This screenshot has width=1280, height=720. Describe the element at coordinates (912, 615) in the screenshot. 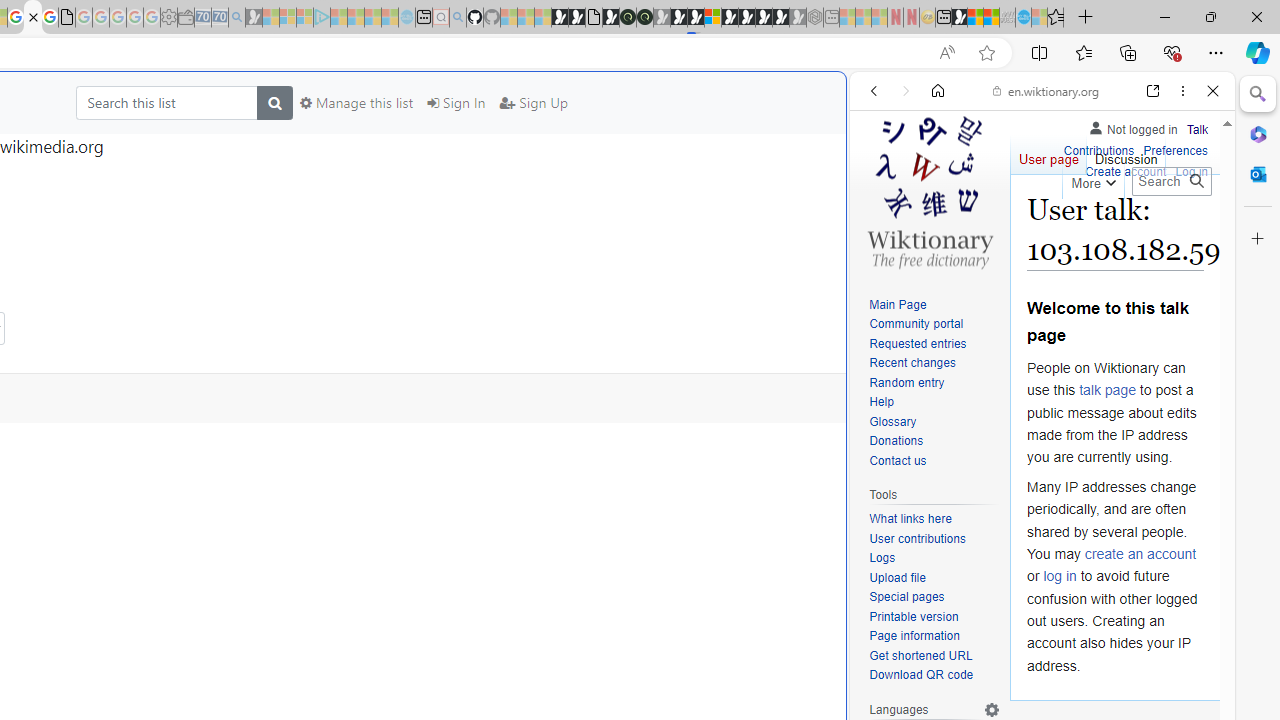

I see `'Printable version'` at that location.